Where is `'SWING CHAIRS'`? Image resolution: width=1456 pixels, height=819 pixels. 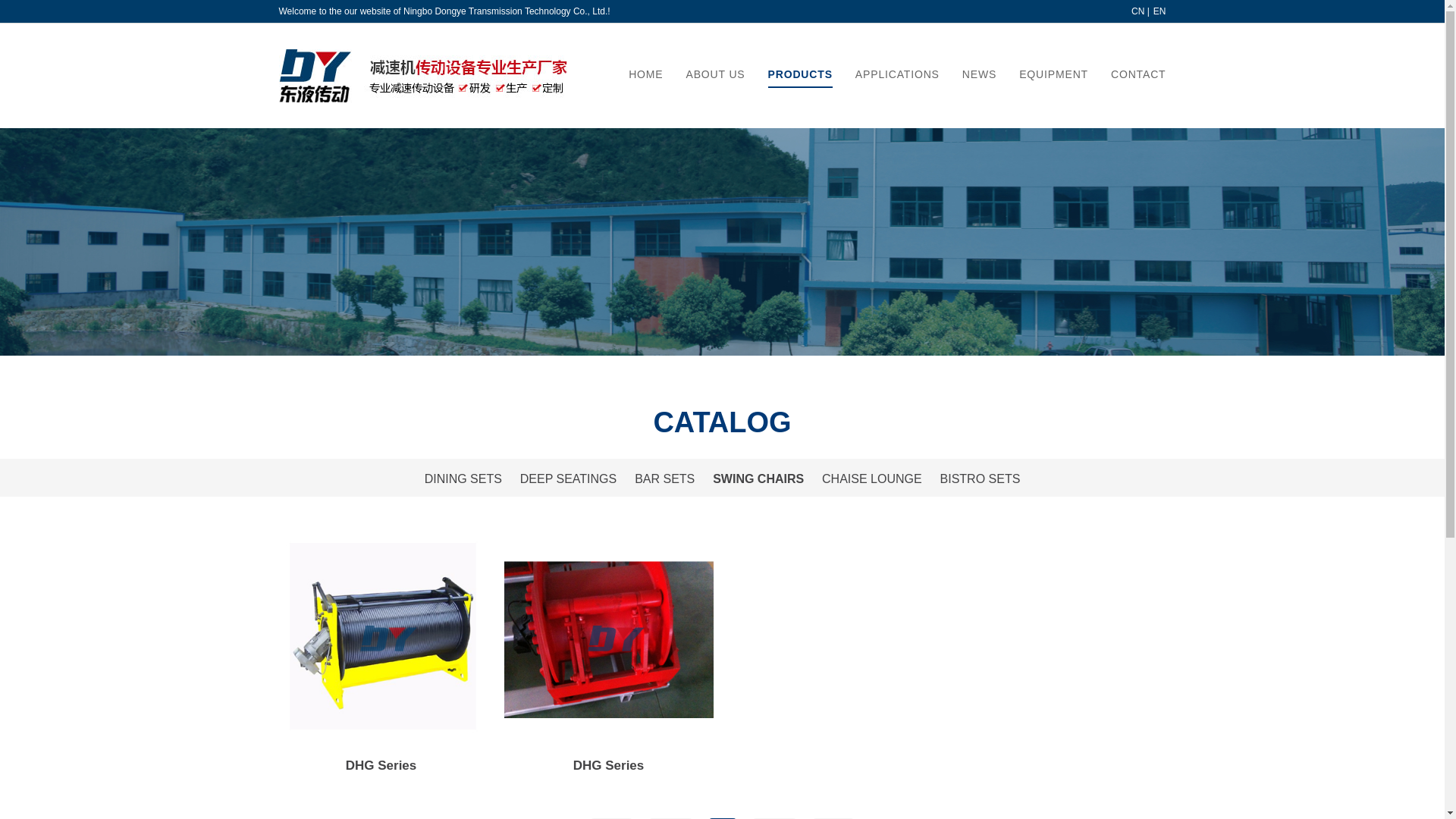 'SWING CHAIRS' is located at coordinates (758, 479).